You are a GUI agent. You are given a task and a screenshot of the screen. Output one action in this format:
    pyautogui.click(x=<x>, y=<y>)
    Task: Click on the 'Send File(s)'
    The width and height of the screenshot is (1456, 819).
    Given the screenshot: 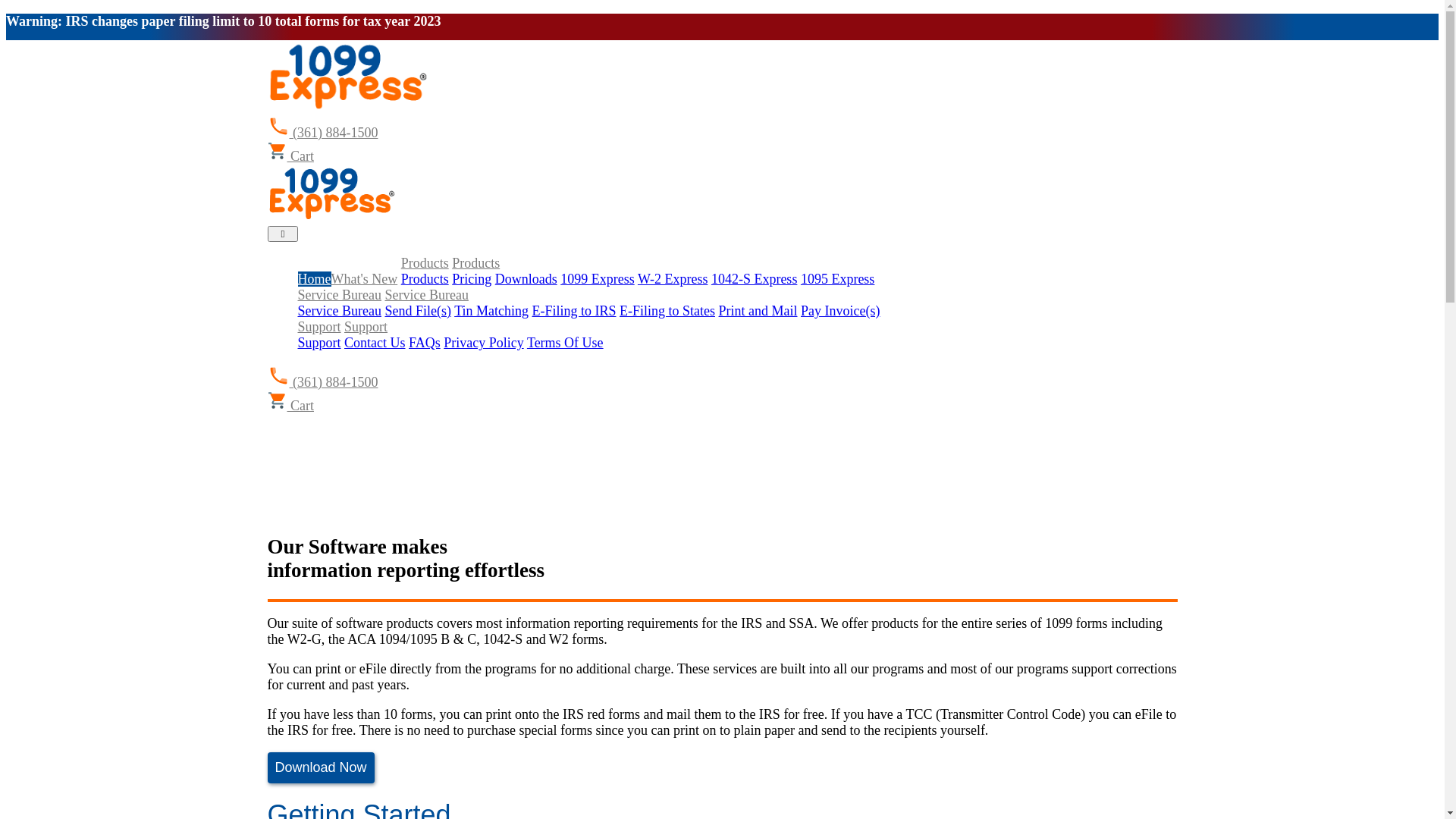 What is the action you would take?
    pyautogui.click(x=418, y=309)
    